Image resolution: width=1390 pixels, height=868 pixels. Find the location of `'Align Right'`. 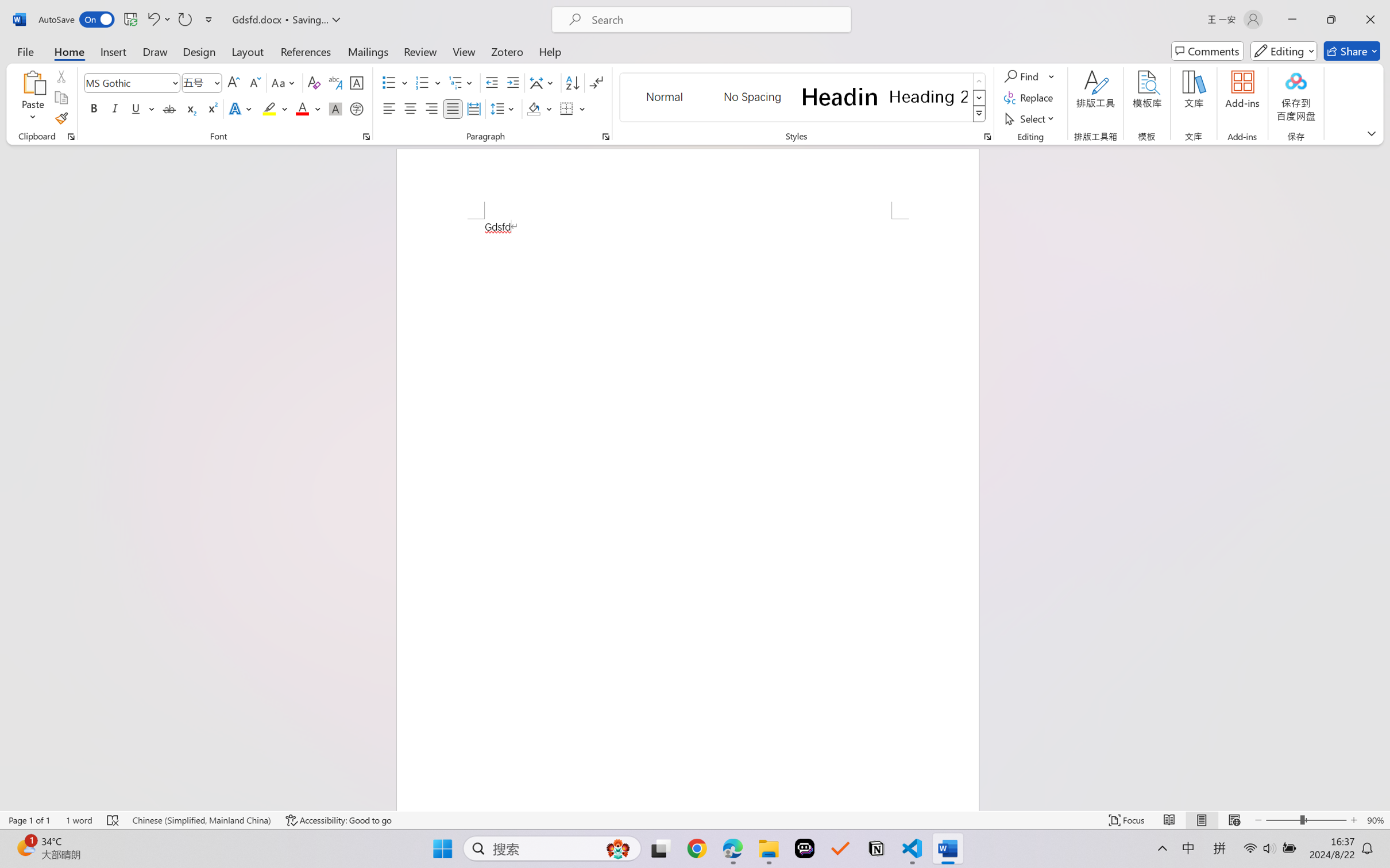

'Align Right' is located at coordinates (432, 108).